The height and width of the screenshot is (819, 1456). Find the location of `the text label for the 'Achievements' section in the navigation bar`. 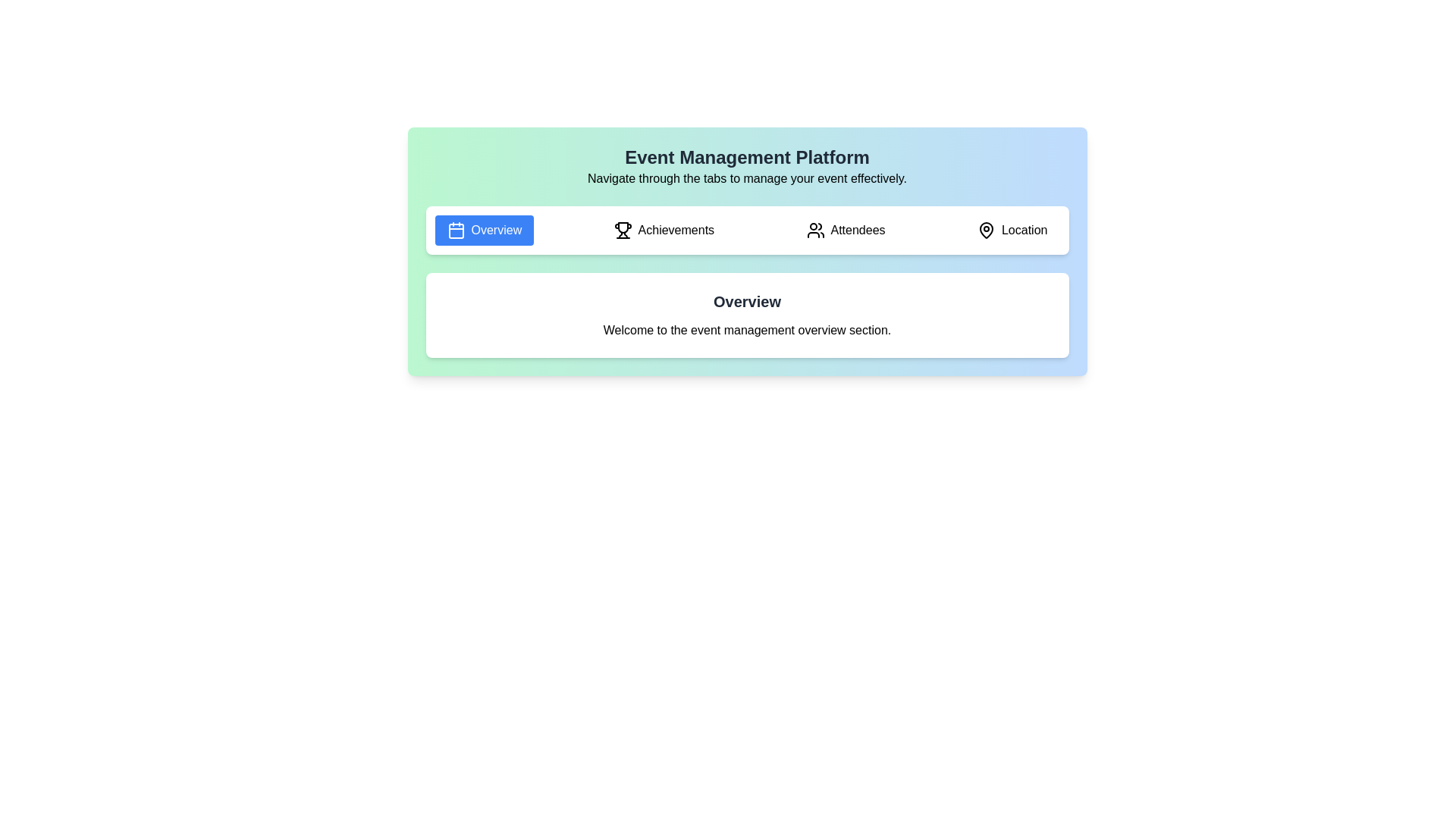

the text label for the 'Achievements' section in the navigation bar is located at coordinates (675, 231).